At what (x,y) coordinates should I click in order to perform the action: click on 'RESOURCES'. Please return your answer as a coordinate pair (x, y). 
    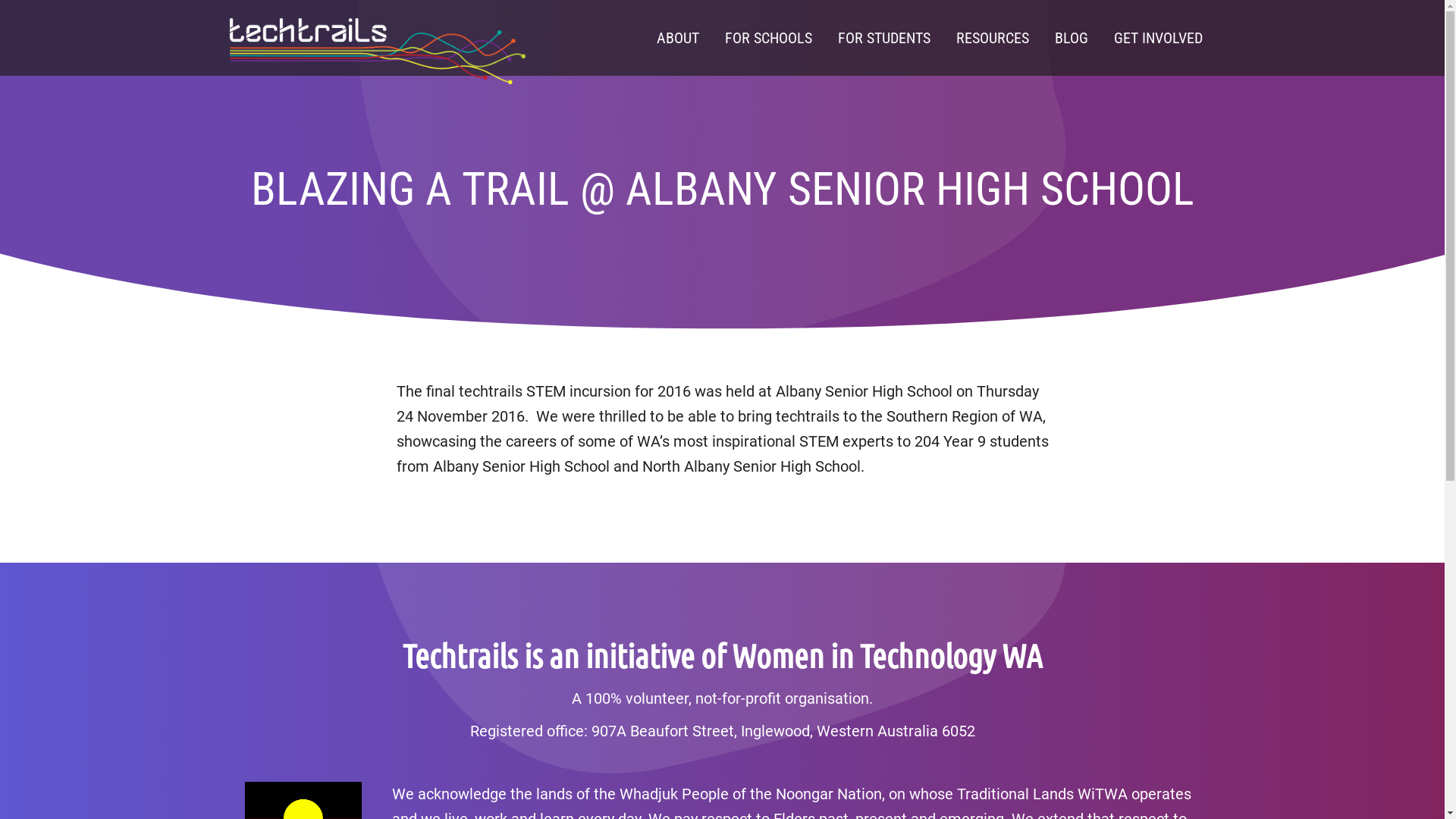
    Looking at the image, I should click on (942, 37).